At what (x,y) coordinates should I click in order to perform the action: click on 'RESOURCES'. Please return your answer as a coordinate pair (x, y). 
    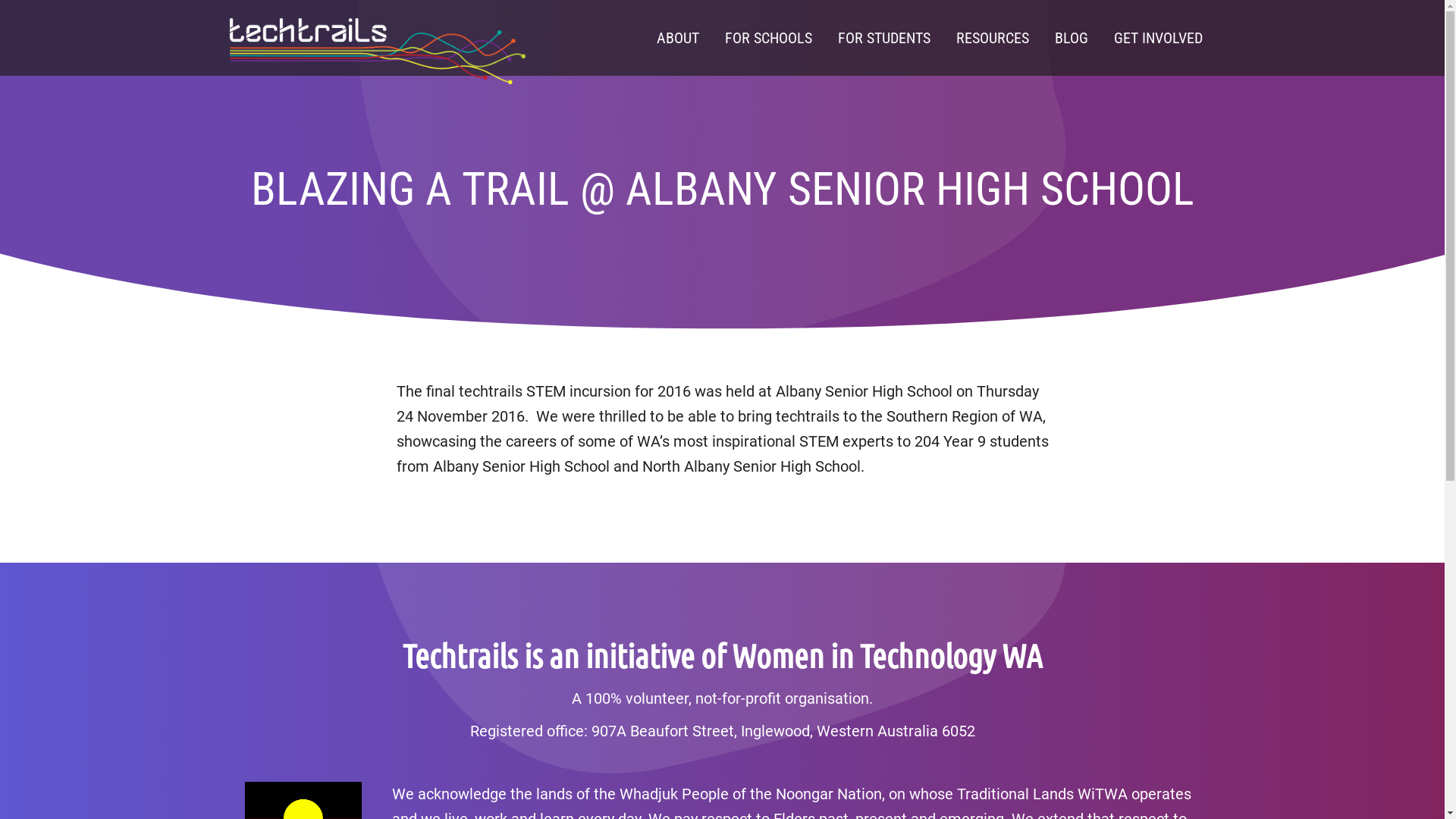
    Looking at the image, I should click on (942, 37).